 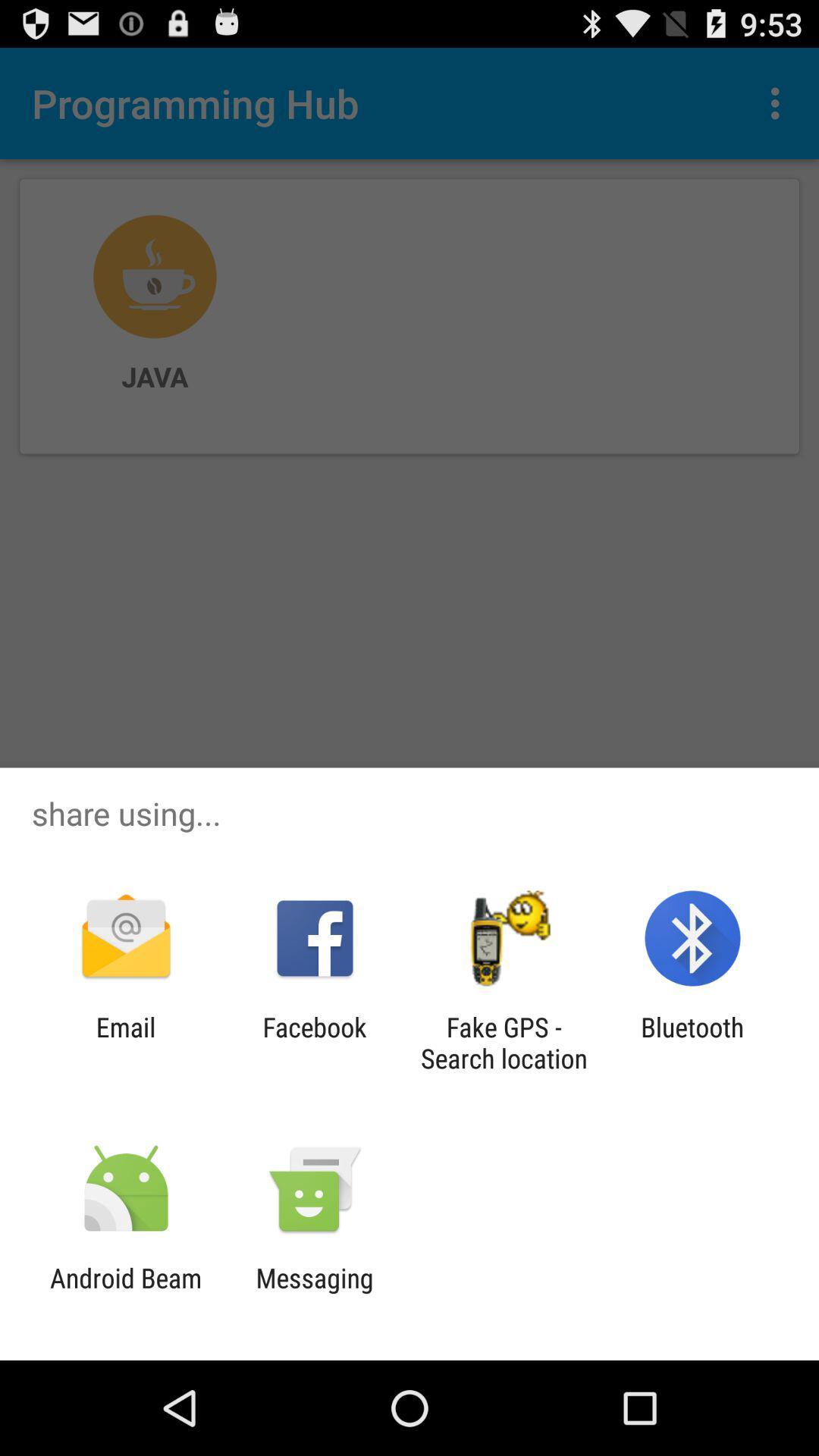 What do you see at coordinates (125, 1042) in the screenshot?
I see `the email icon` at bounding box center [125, 1042].